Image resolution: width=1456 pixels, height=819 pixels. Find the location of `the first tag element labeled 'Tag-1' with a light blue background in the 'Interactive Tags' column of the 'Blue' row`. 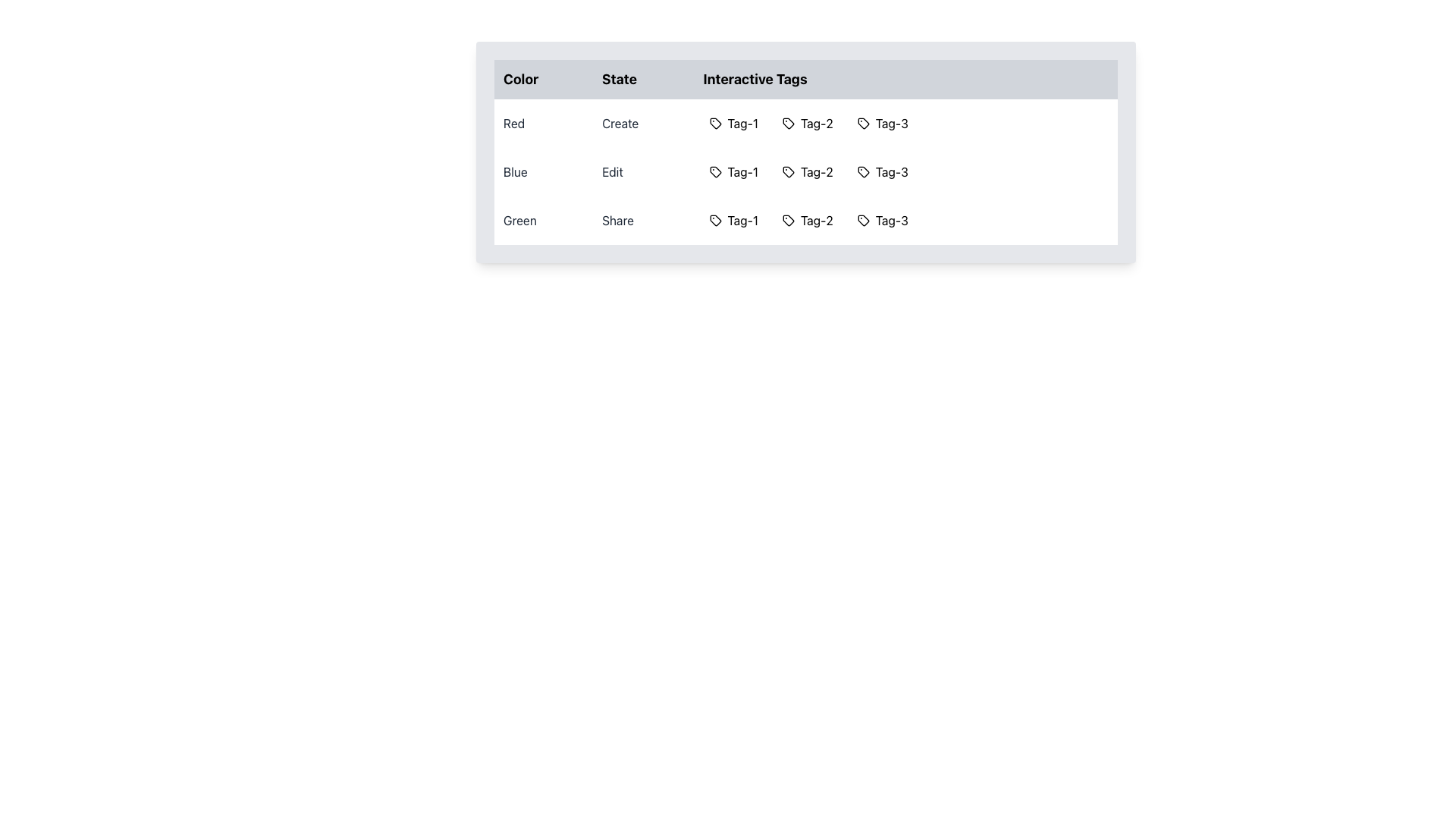

the first tag element labeled 'Tag-1' with a light blue background in the 'Interactive Tags' column of the 'Blue' row is located at coordinates (733, 171).